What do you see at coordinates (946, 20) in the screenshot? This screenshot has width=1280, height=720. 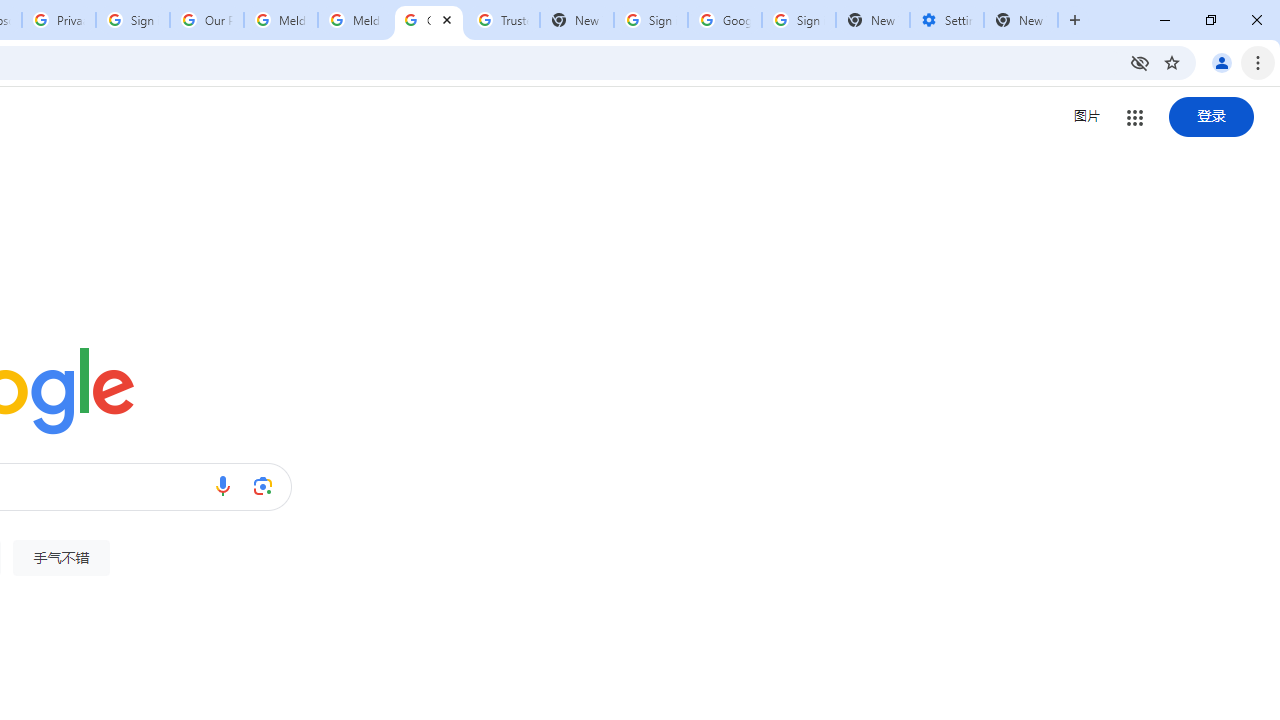 I see `'Settings - Addresses and more'` at bounding box center [946, 20].